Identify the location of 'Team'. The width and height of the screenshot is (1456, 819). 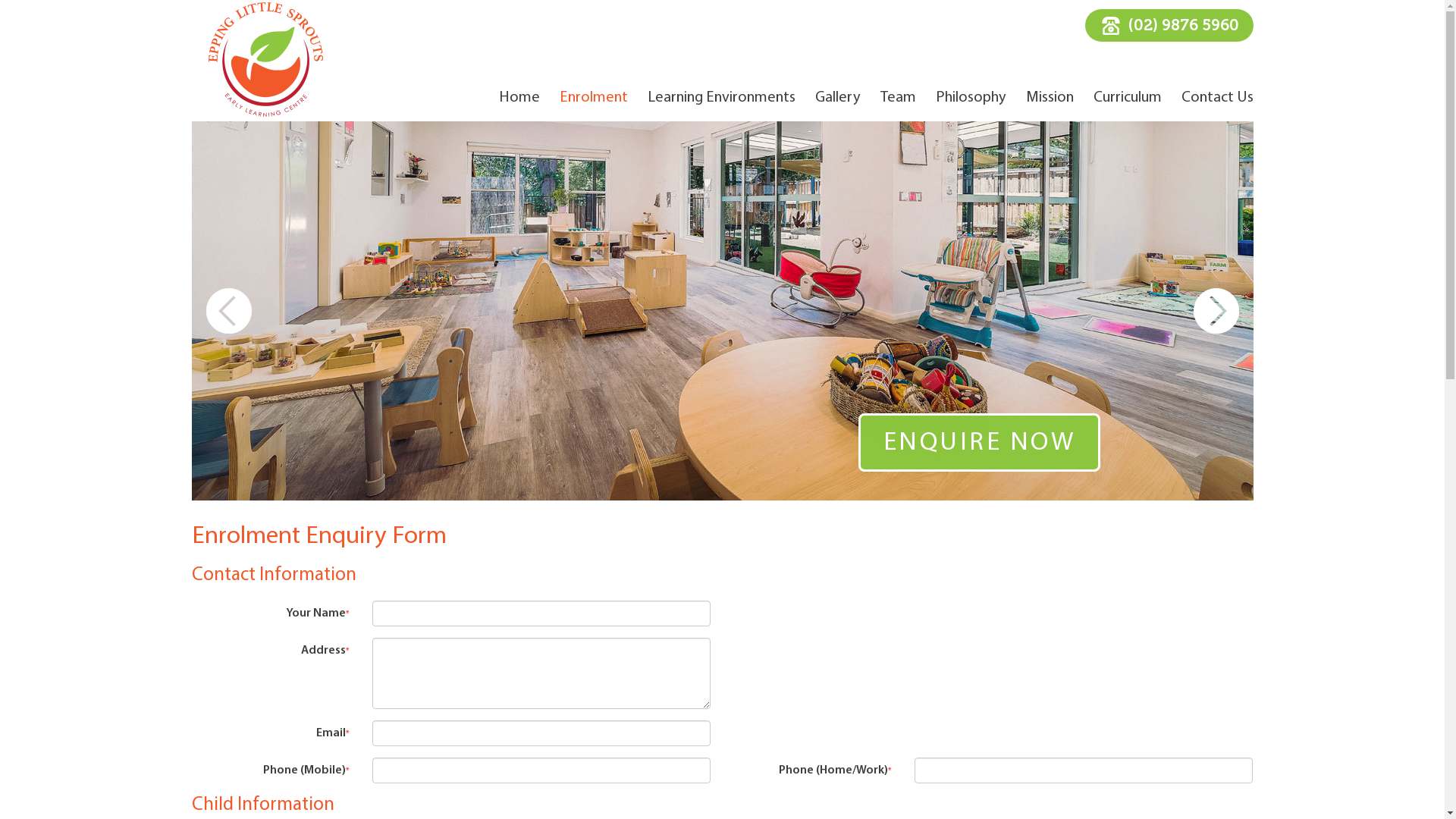
(897, 98).